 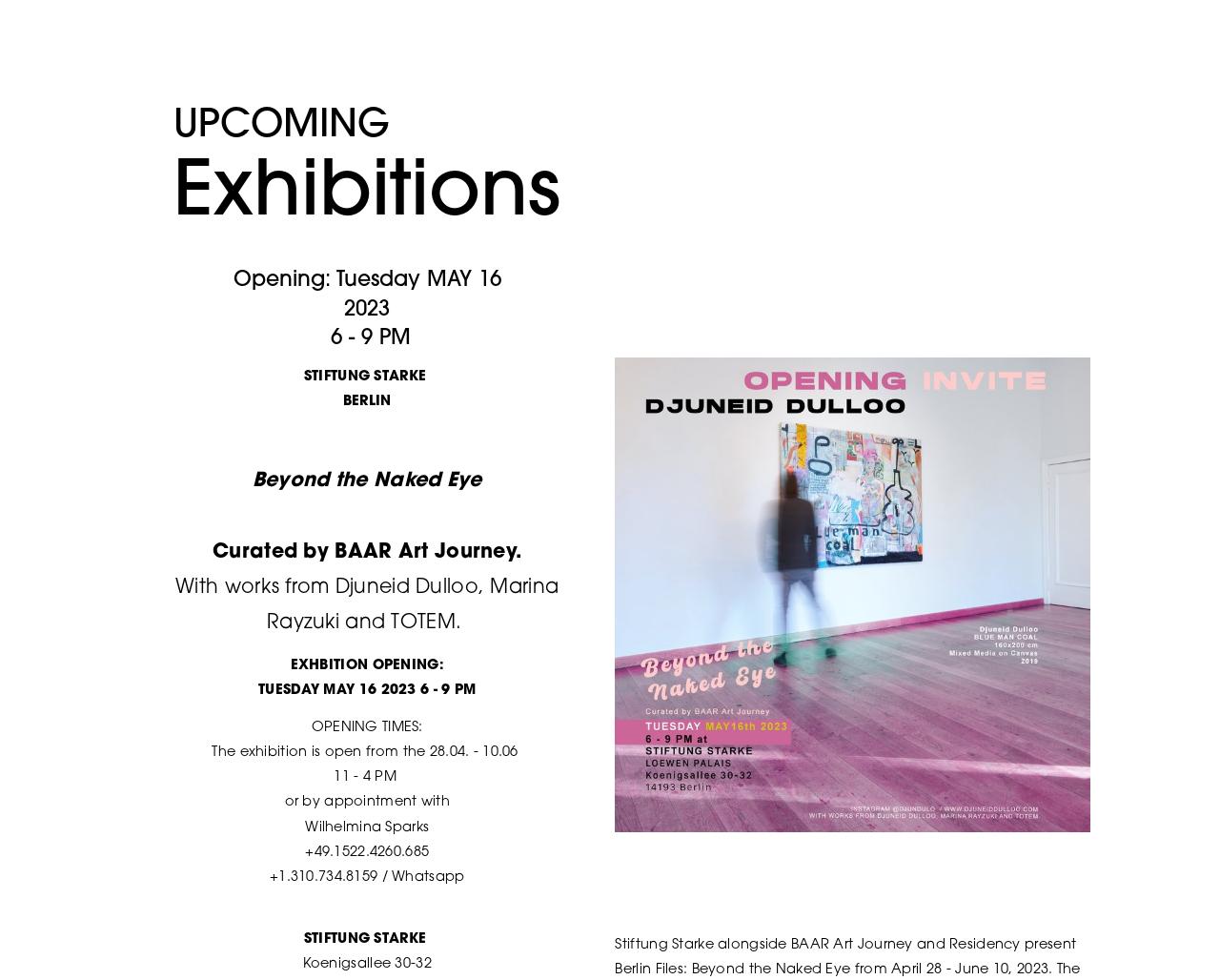 What do you see at coordinates (366, 400) in the screenshot?
I see `'BERLIN'` at bounding box center [366, 400].